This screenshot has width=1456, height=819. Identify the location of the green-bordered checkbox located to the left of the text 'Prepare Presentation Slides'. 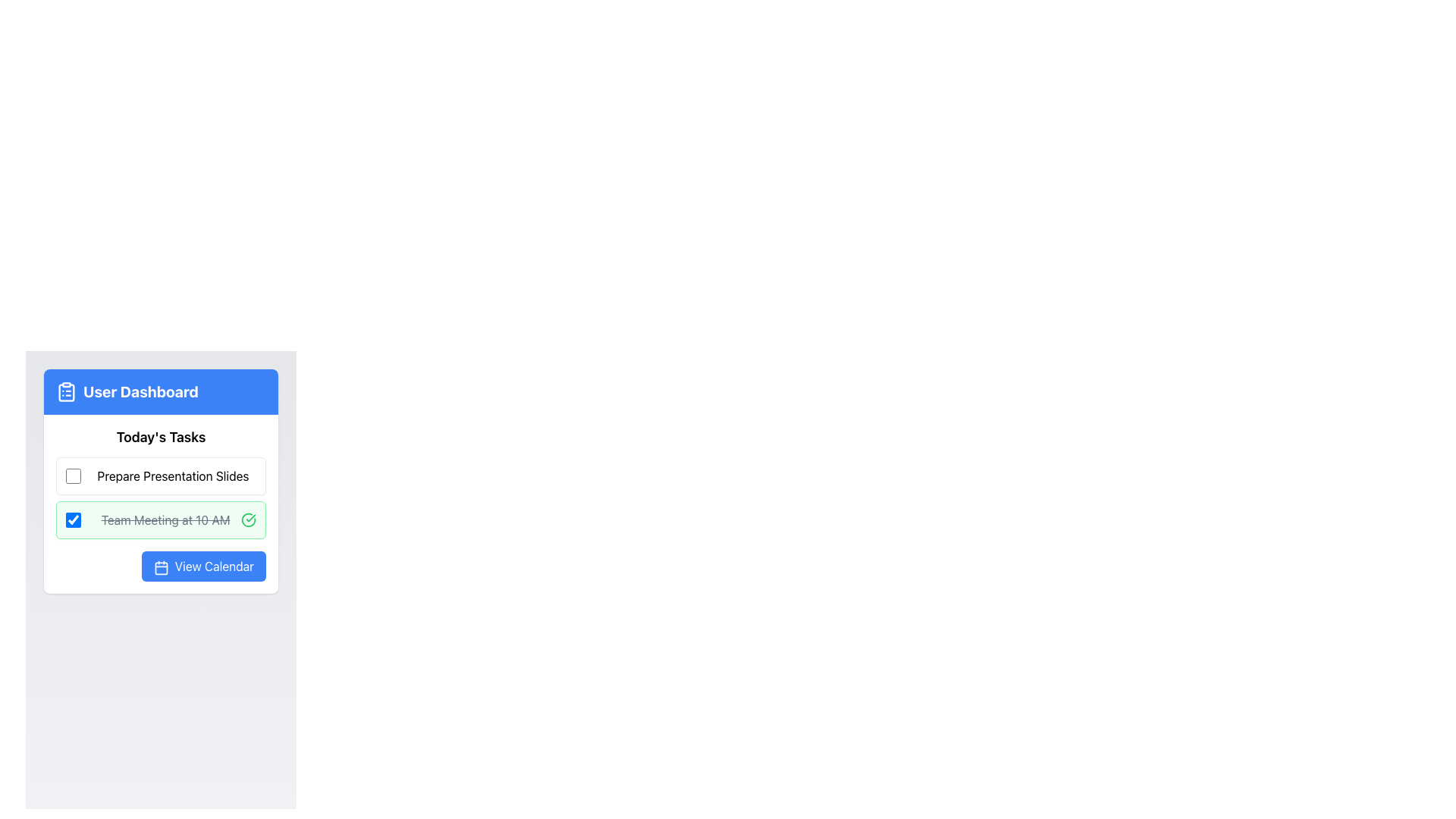
(72, 475).